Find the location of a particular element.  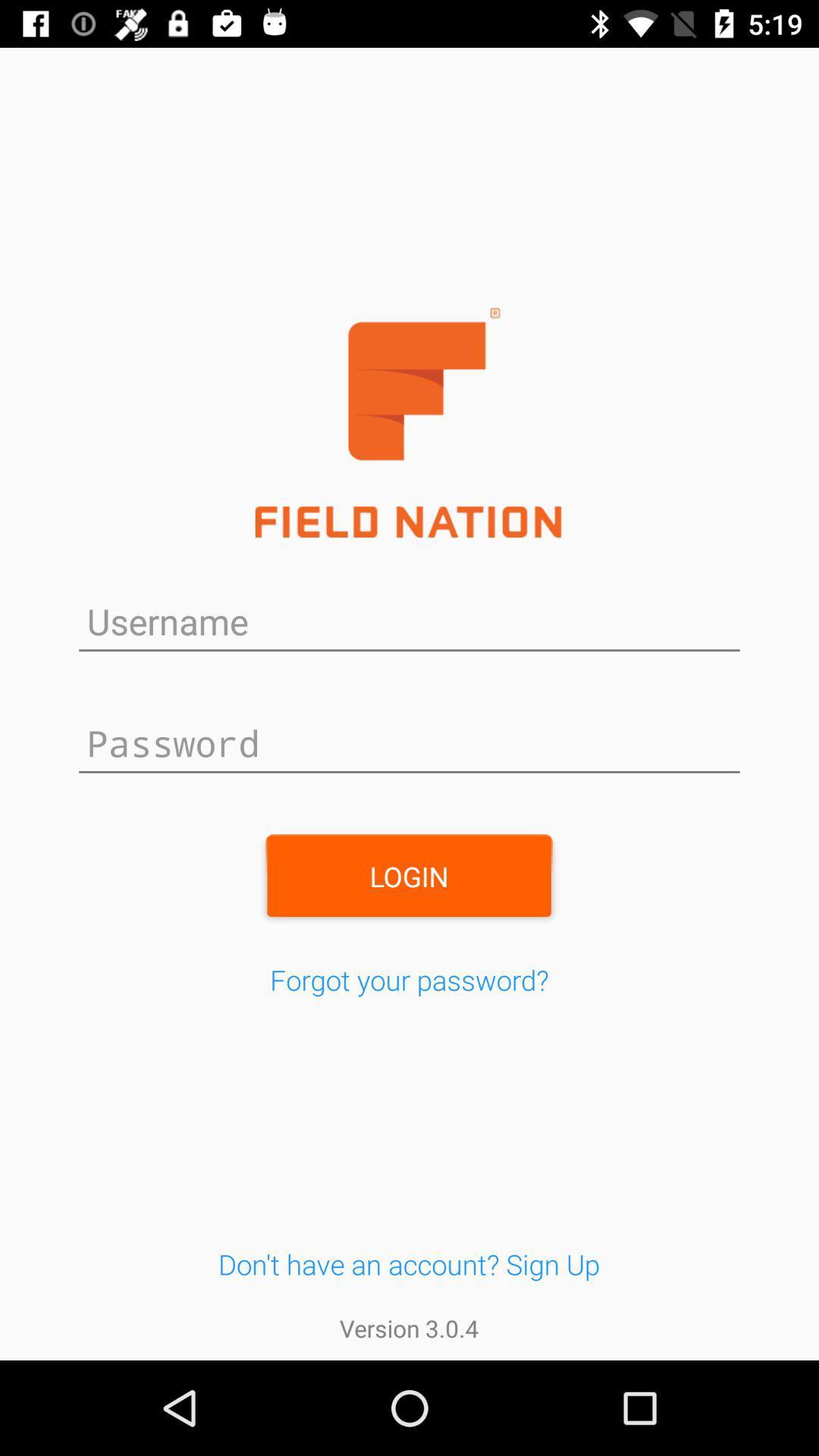

the item above the don t have item is located at coordinates (409, 980).